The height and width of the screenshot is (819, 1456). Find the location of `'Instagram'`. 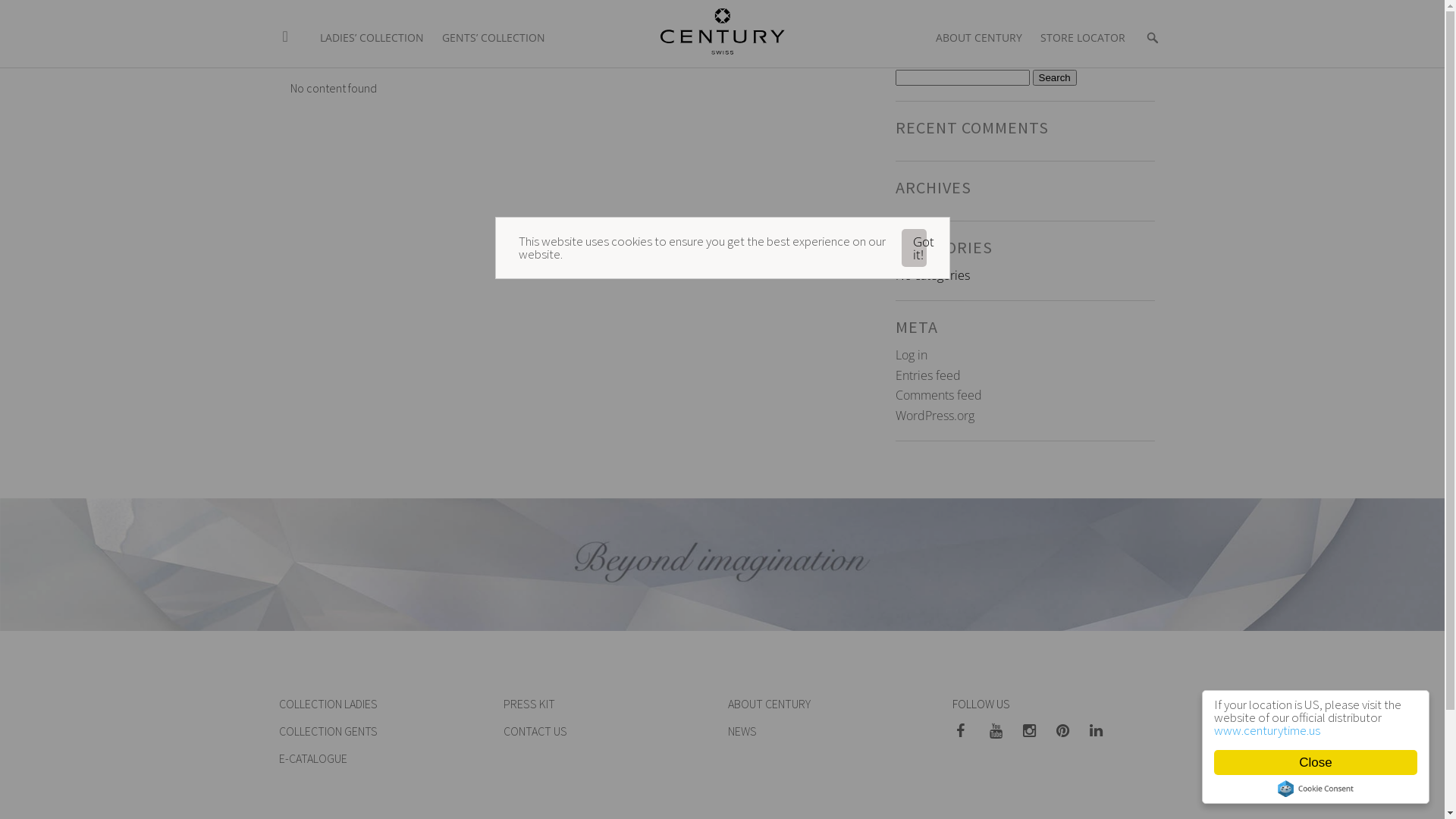

'Instagram' is located at coordinates (1019, 730).